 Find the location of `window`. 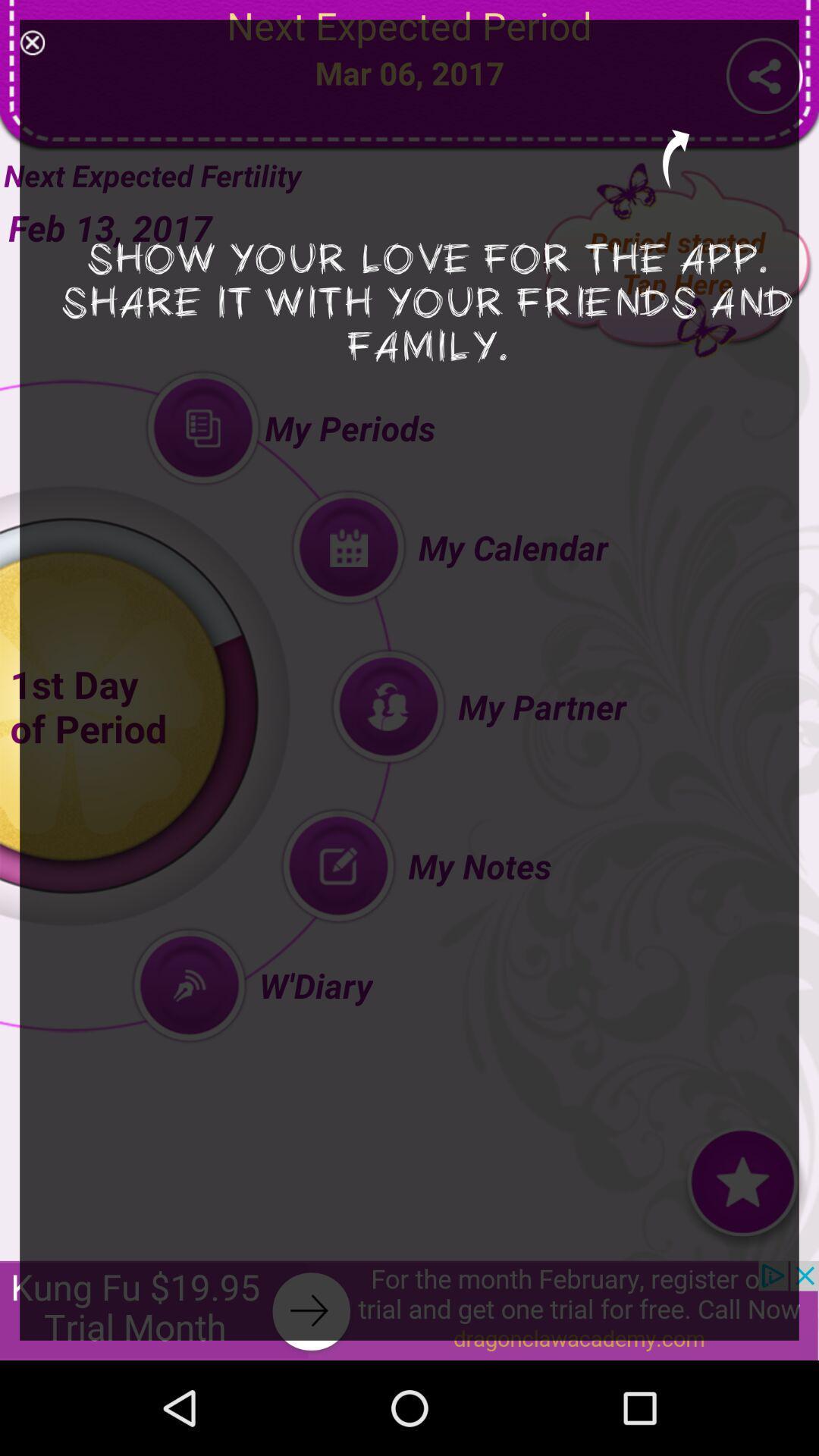

window is located at coordinates (32, 42).